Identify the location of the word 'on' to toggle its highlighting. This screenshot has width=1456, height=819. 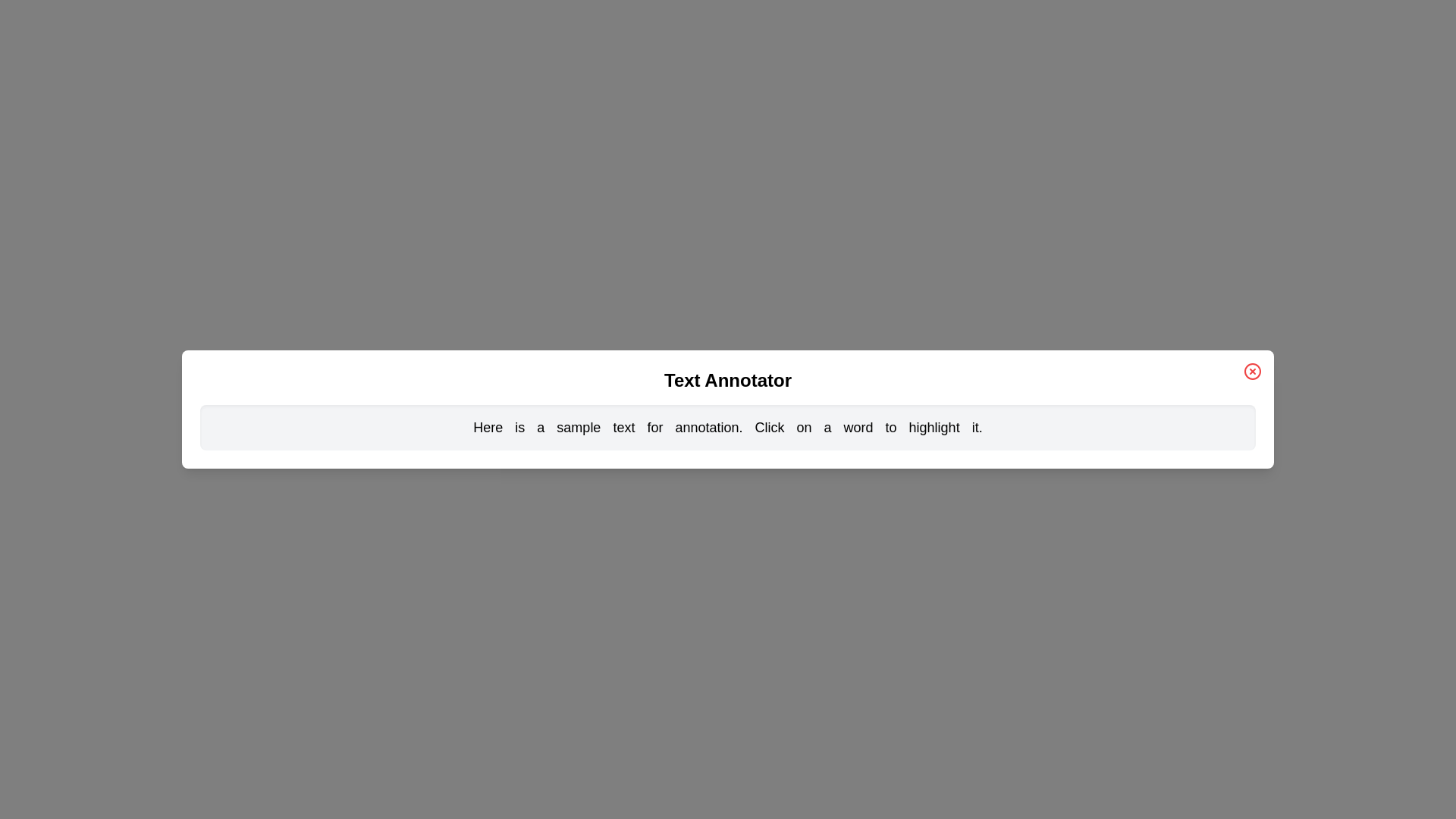
(803, 427).